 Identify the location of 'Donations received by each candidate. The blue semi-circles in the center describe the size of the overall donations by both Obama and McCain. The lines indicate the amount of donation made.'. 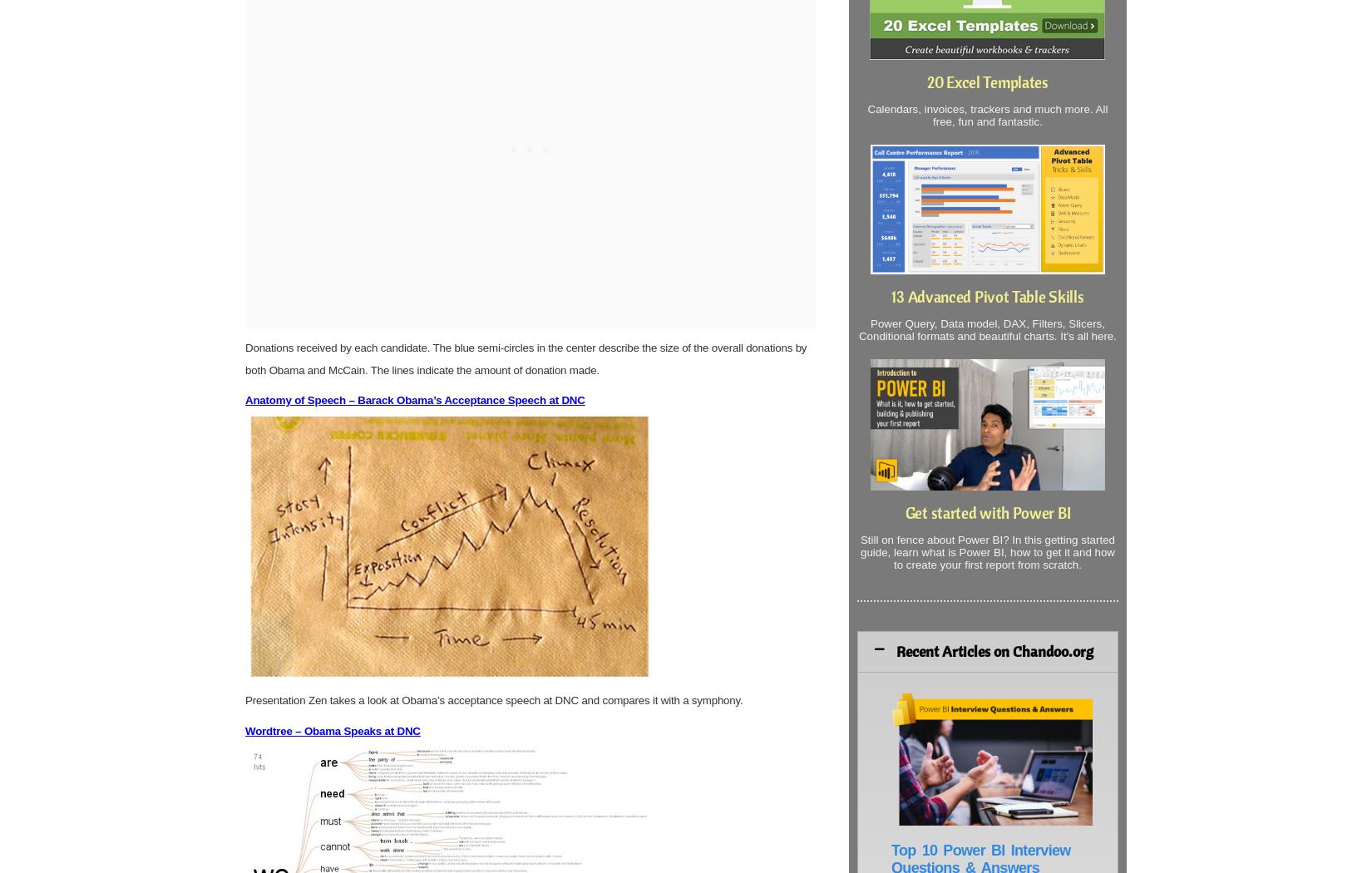
(525, 358).